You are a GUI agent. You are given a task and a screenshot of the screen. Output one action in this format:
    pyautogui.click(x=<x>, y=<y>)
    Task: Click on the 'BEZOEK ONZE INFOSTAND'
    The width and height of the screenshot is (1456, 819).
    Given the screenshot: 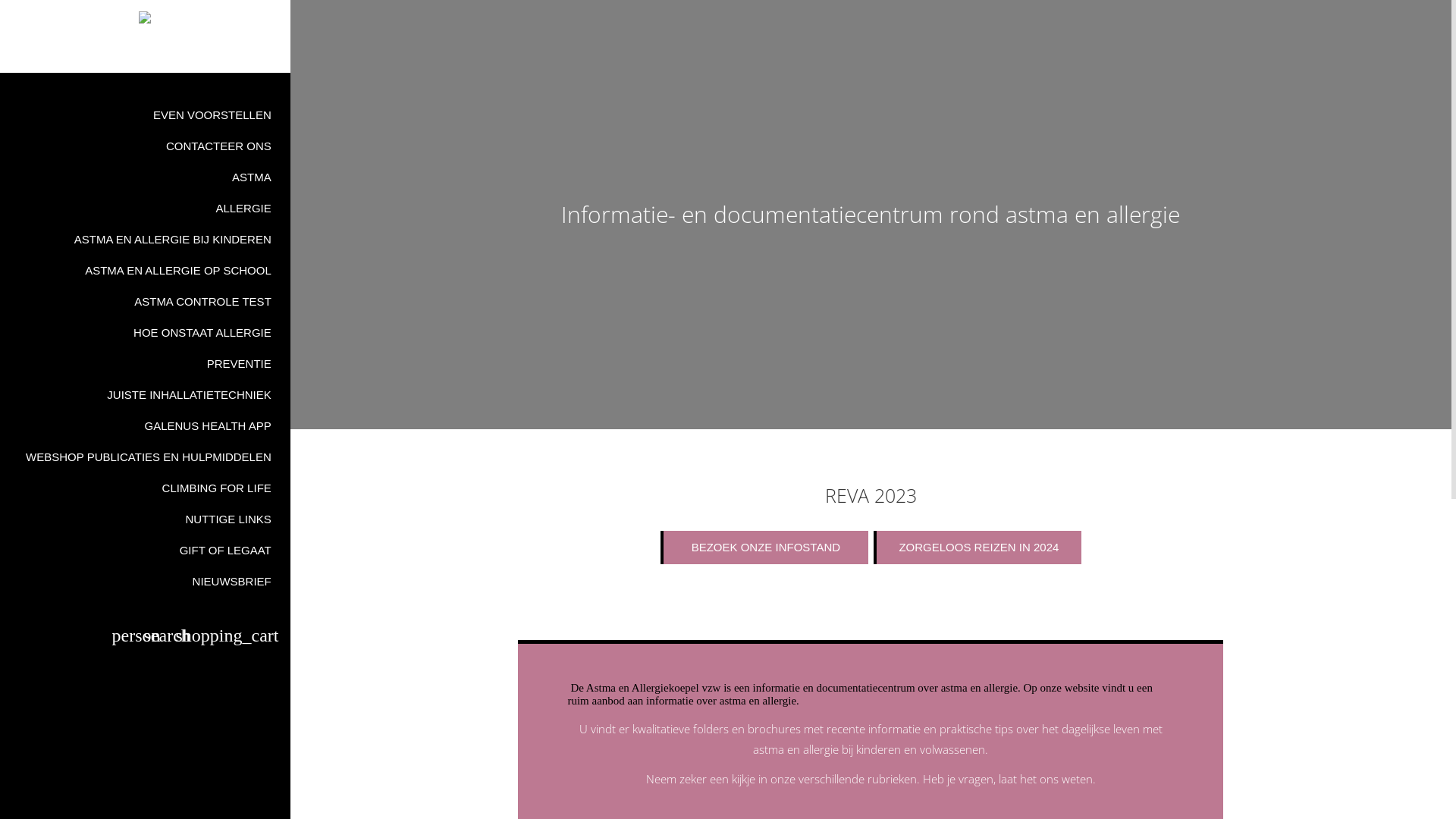 What is the action you would take?
    pyautogui.click(x=764, y=547)
    